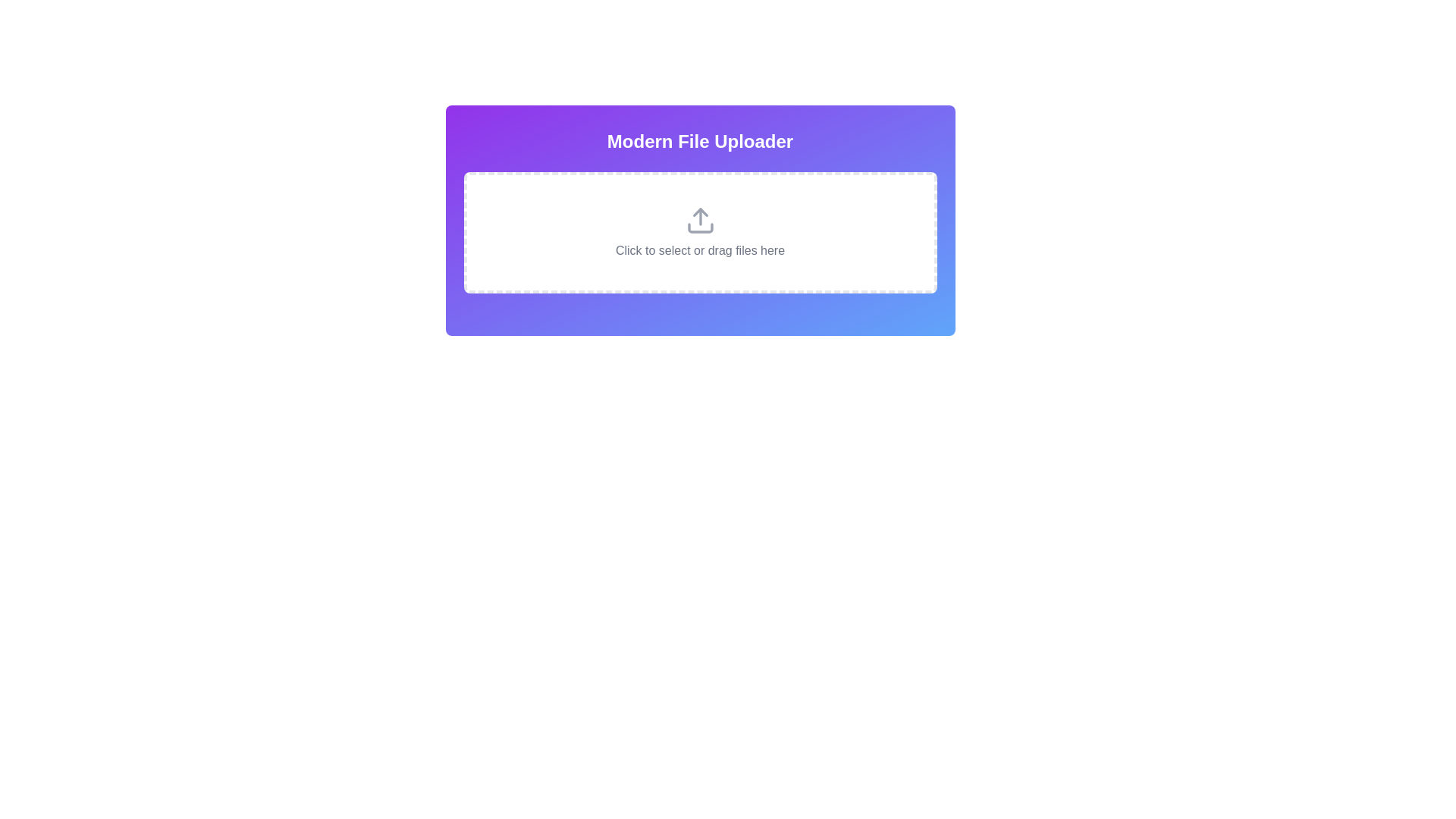 This screenshot has height=819, width=1456. I want to click on the instructional text label that instructs users on how to upload files, located centrally within the file upload component below the upload icon, so click(699, 250).